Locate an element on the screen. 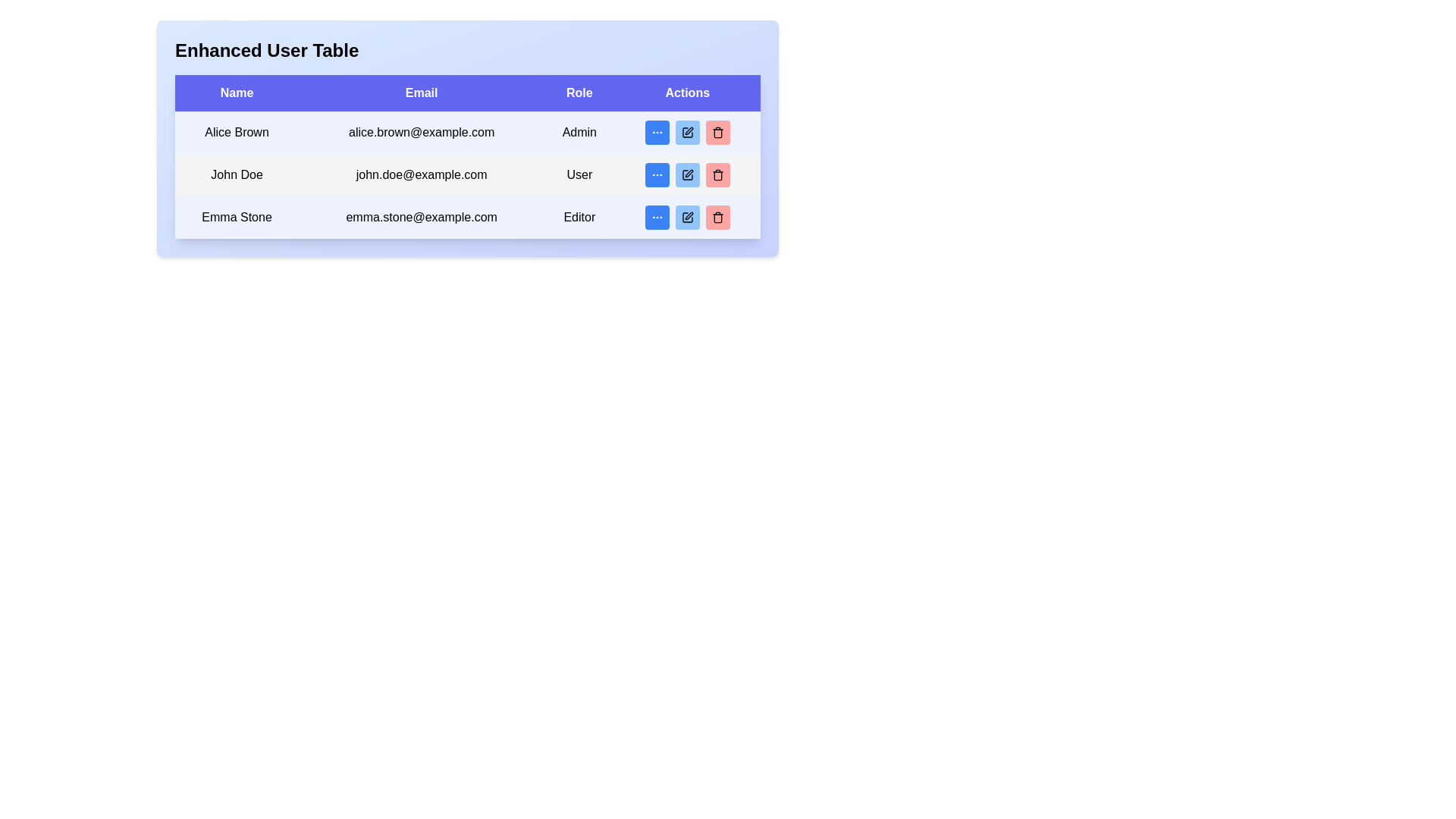  the ellipsis menu button located under the 'Actions' column in the third row of the user table, aligned with the user 'Emma Stone' is located at coordinates (657, 217).